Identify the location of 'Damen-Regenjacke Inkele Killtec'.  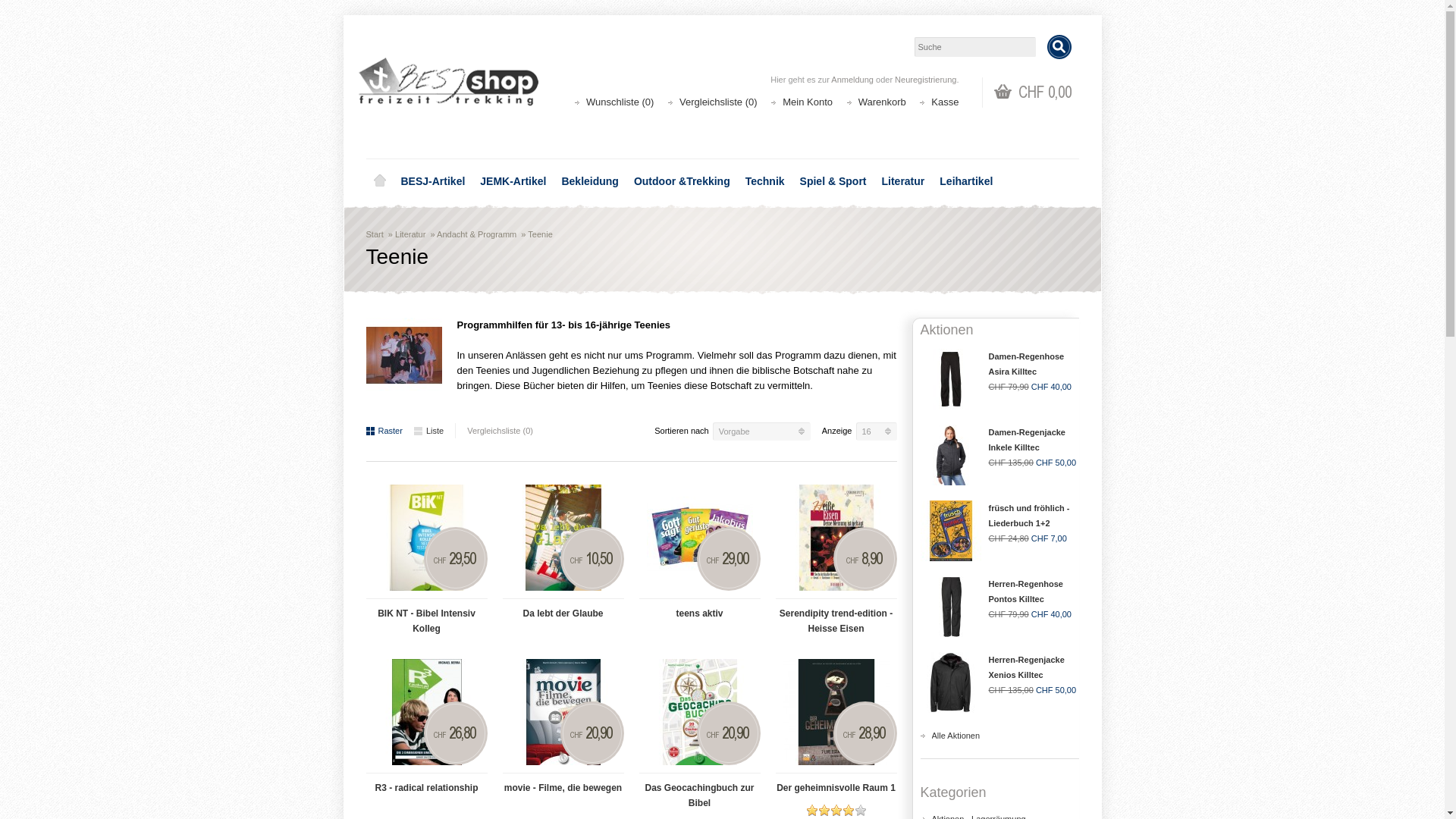
(989, 439).